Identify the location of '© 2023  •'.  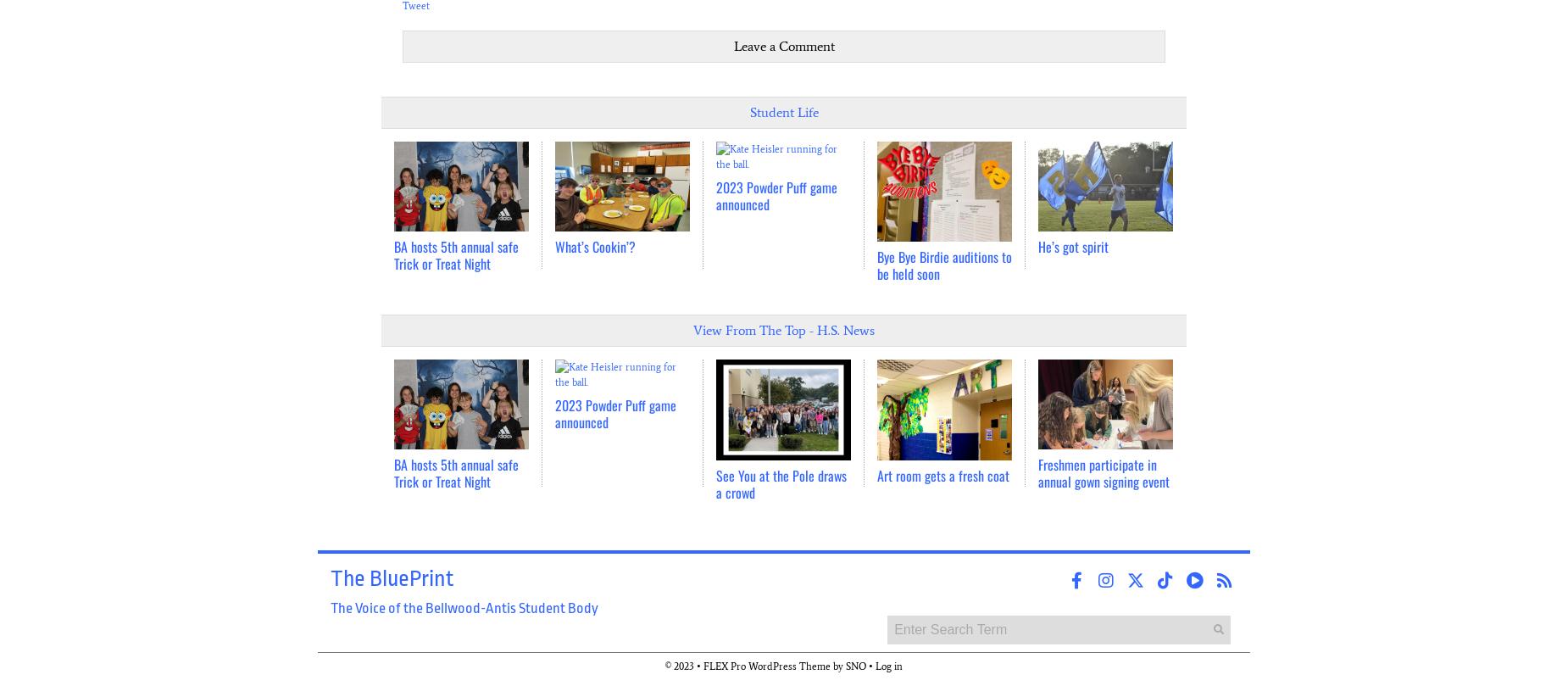
(684, 666).